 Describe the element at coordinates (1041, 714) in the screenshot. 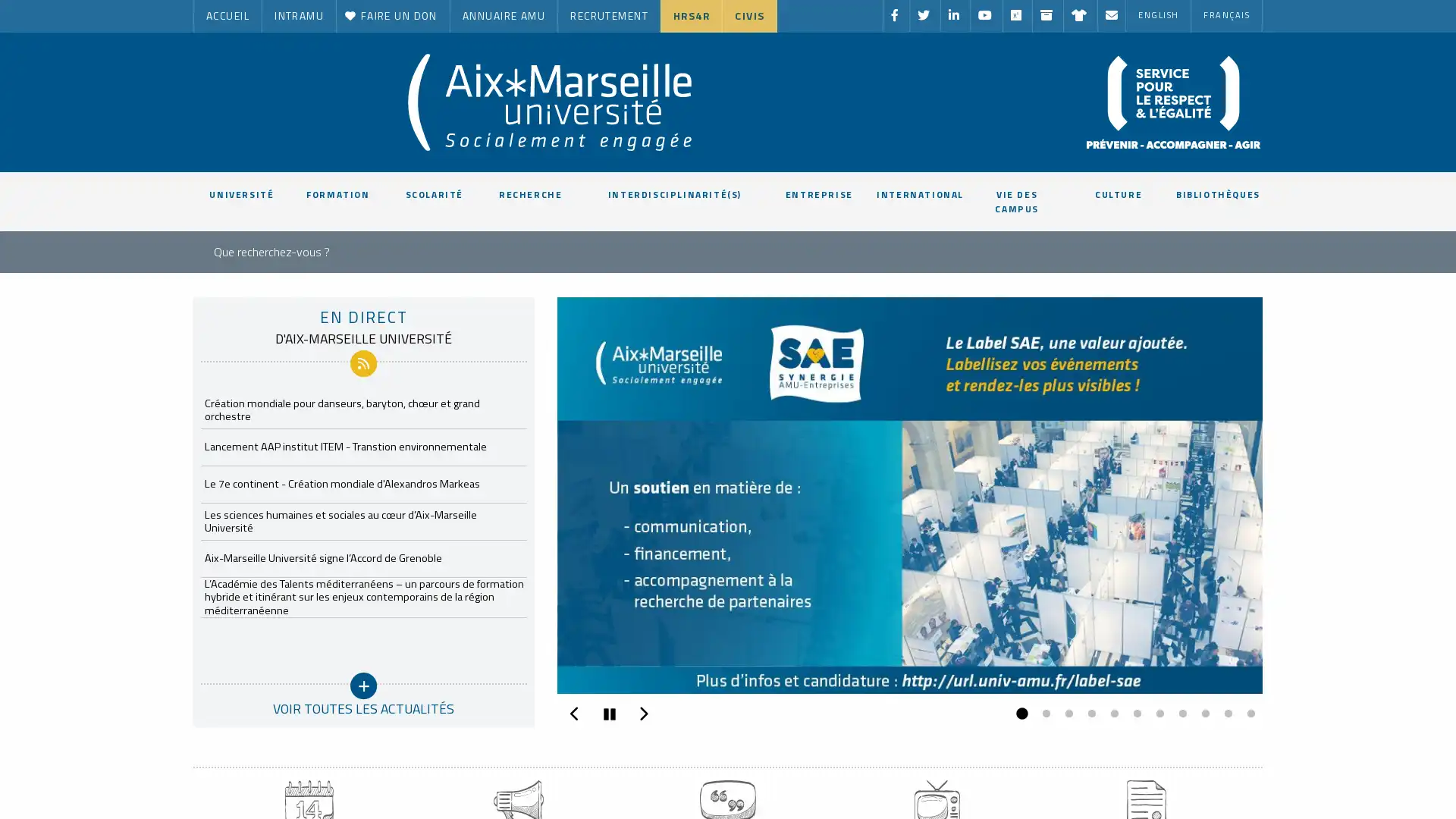

I see `Go to slide 2` at that location.